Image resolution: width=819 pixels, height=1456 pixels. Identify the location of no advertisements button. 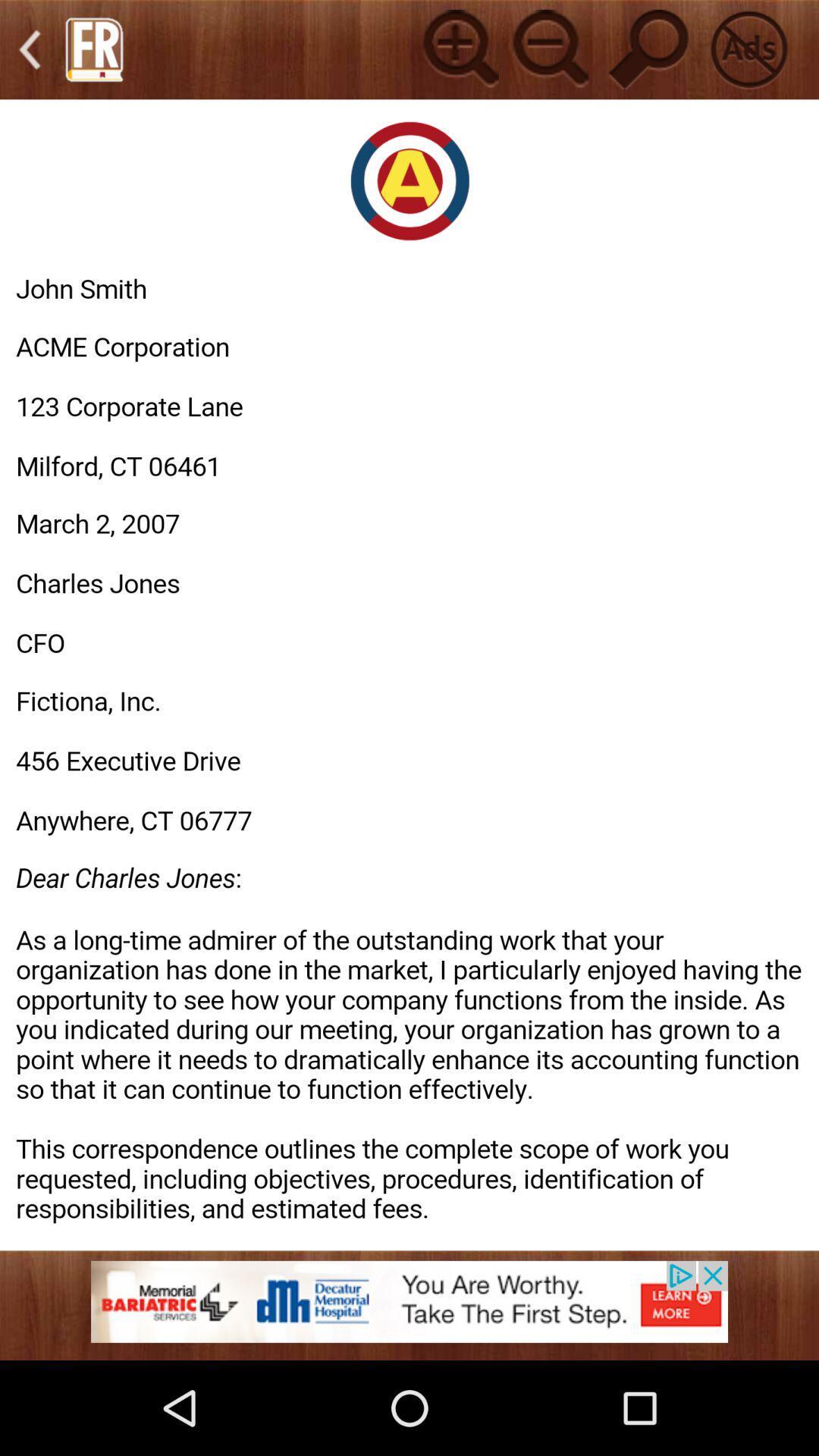
(748, 49).